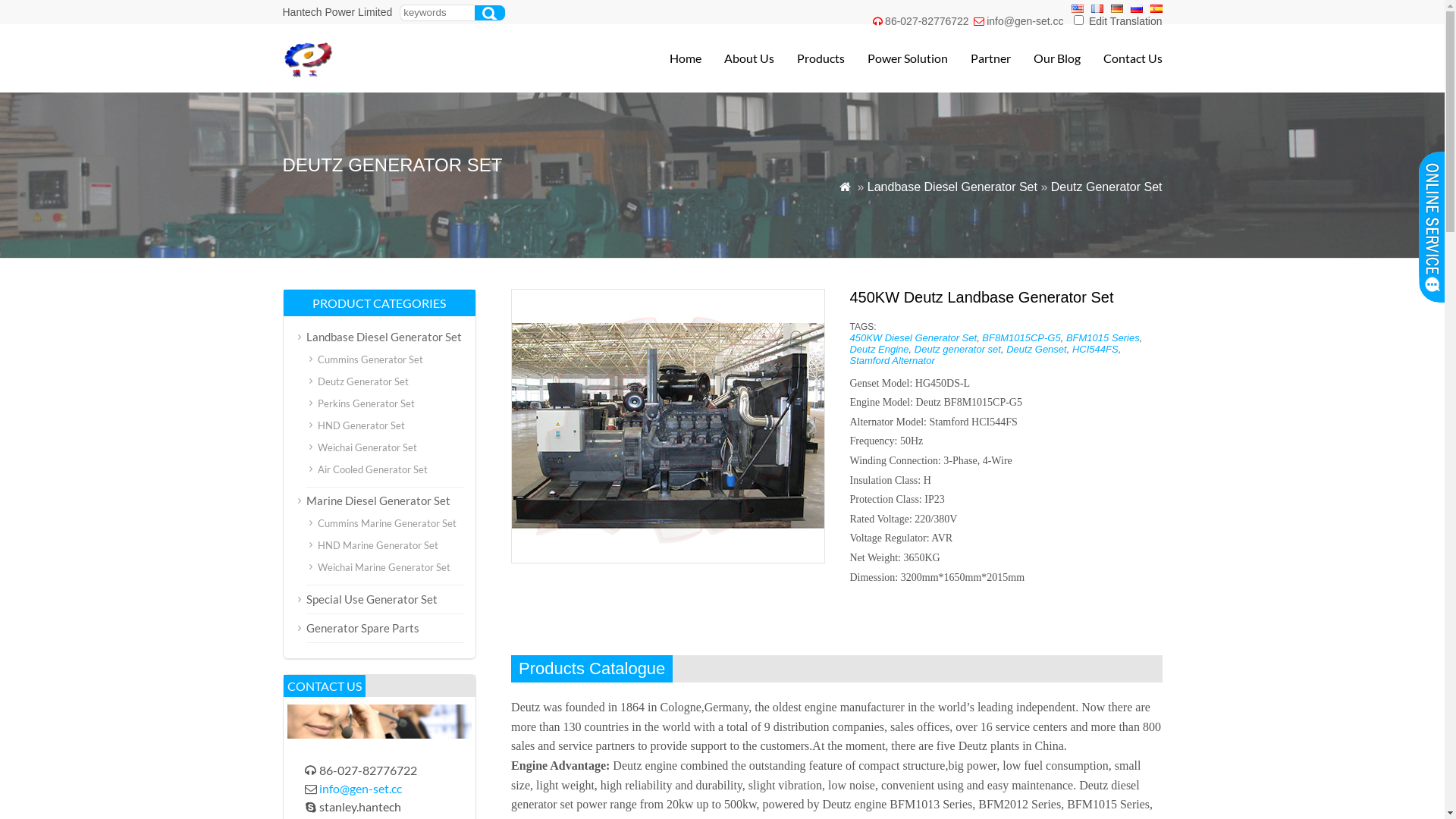  I want to click on '1', so click(1073, 20).